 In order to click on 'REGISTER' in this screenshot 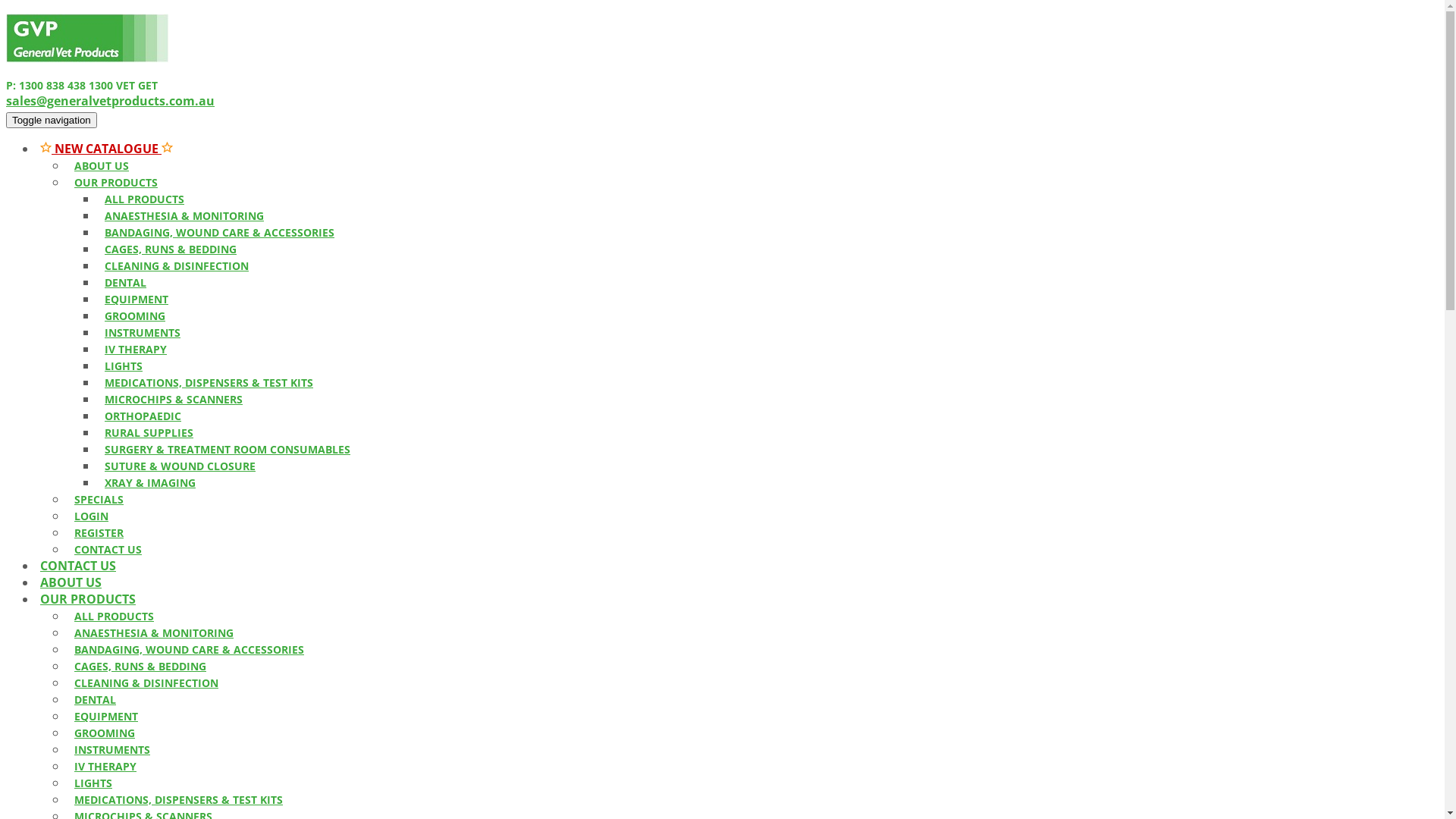, I will do `click(65, 532)`.